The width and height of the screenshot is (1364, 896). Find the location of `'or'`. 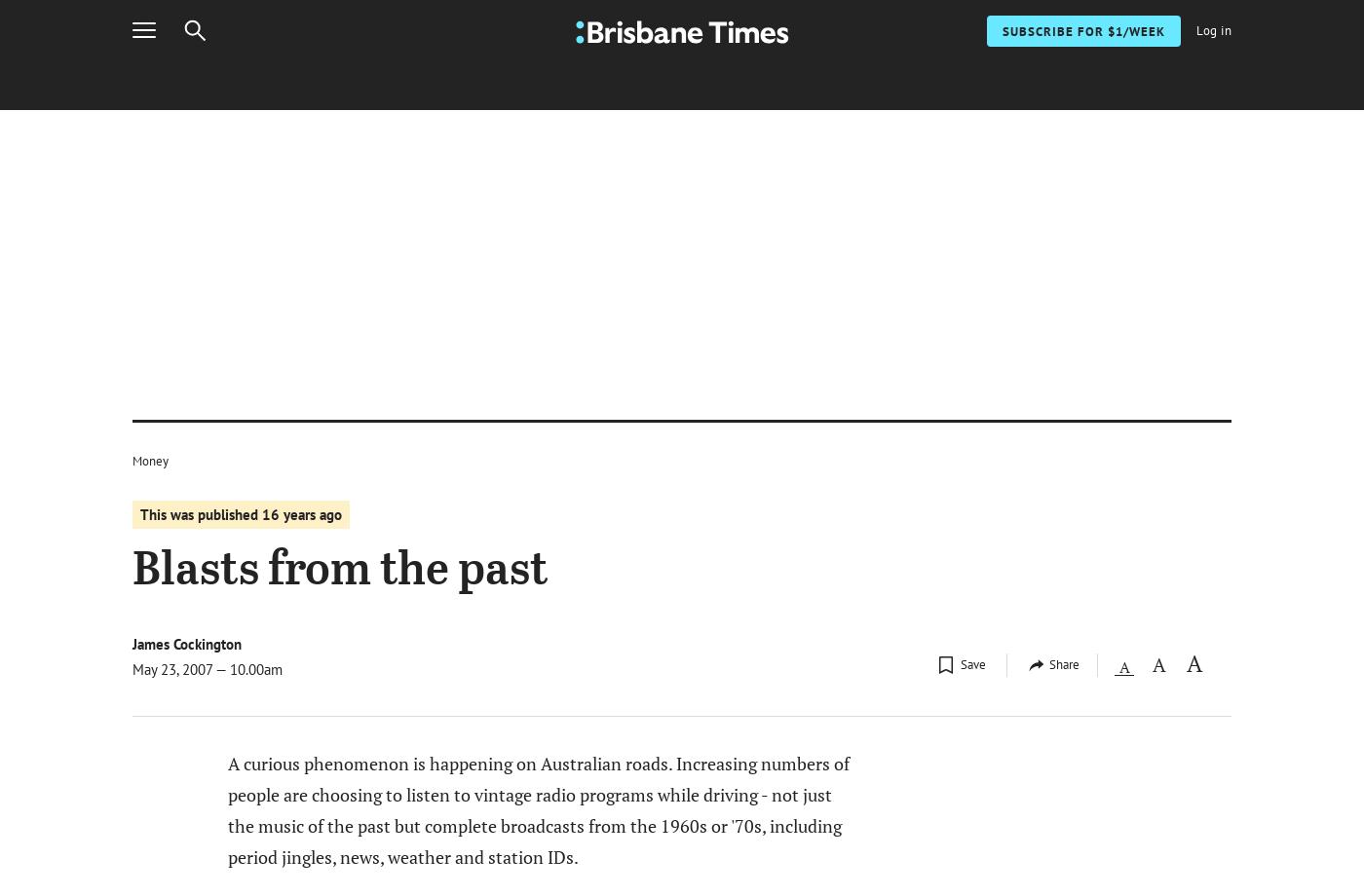

'or' is located at coordinates (1048, 587).